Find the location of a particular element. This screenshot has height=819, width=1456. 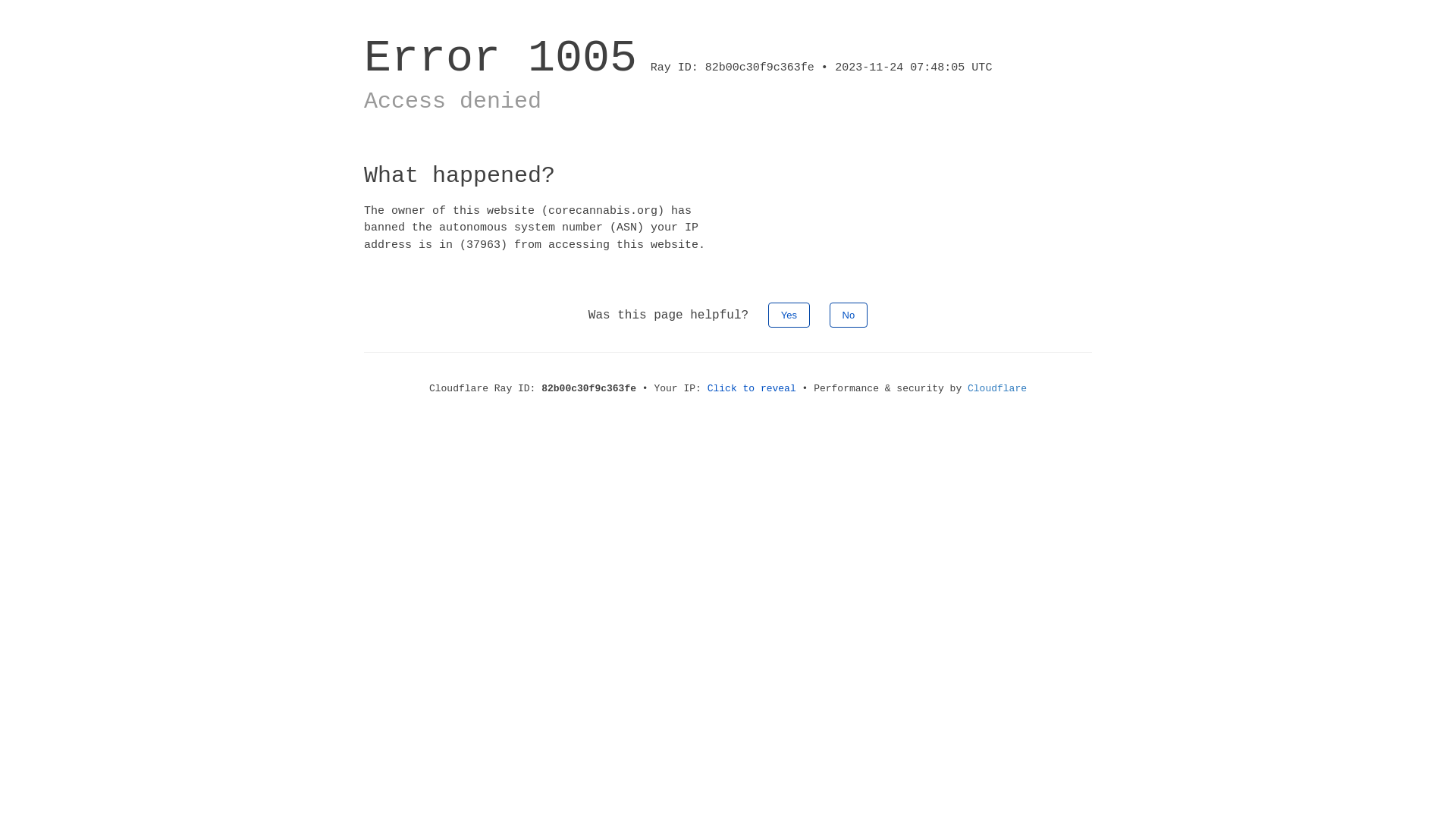

'No' is located at coordinates (848, 314).